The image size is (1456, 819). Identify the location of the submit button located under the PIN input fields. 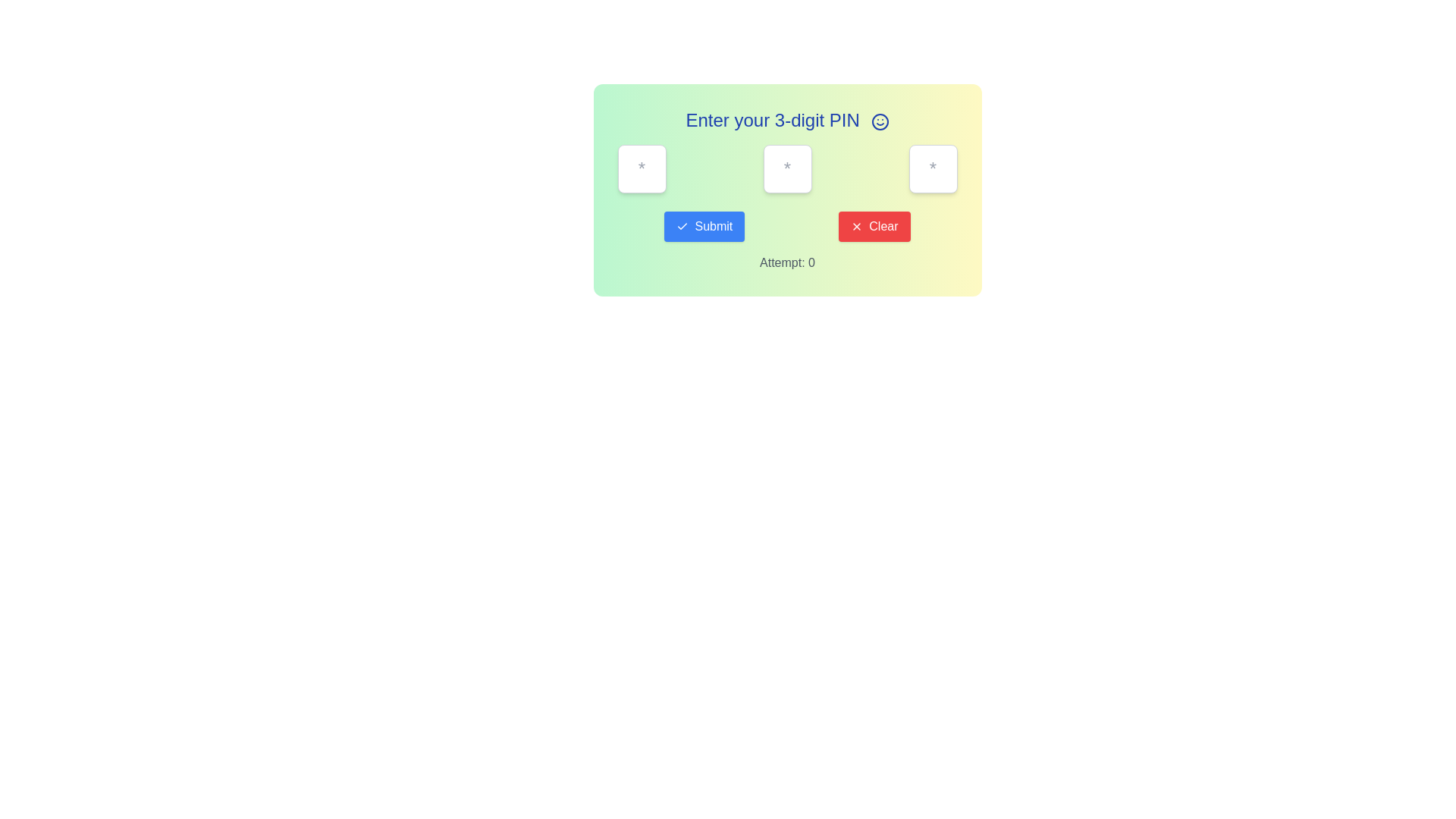
(704, 227).